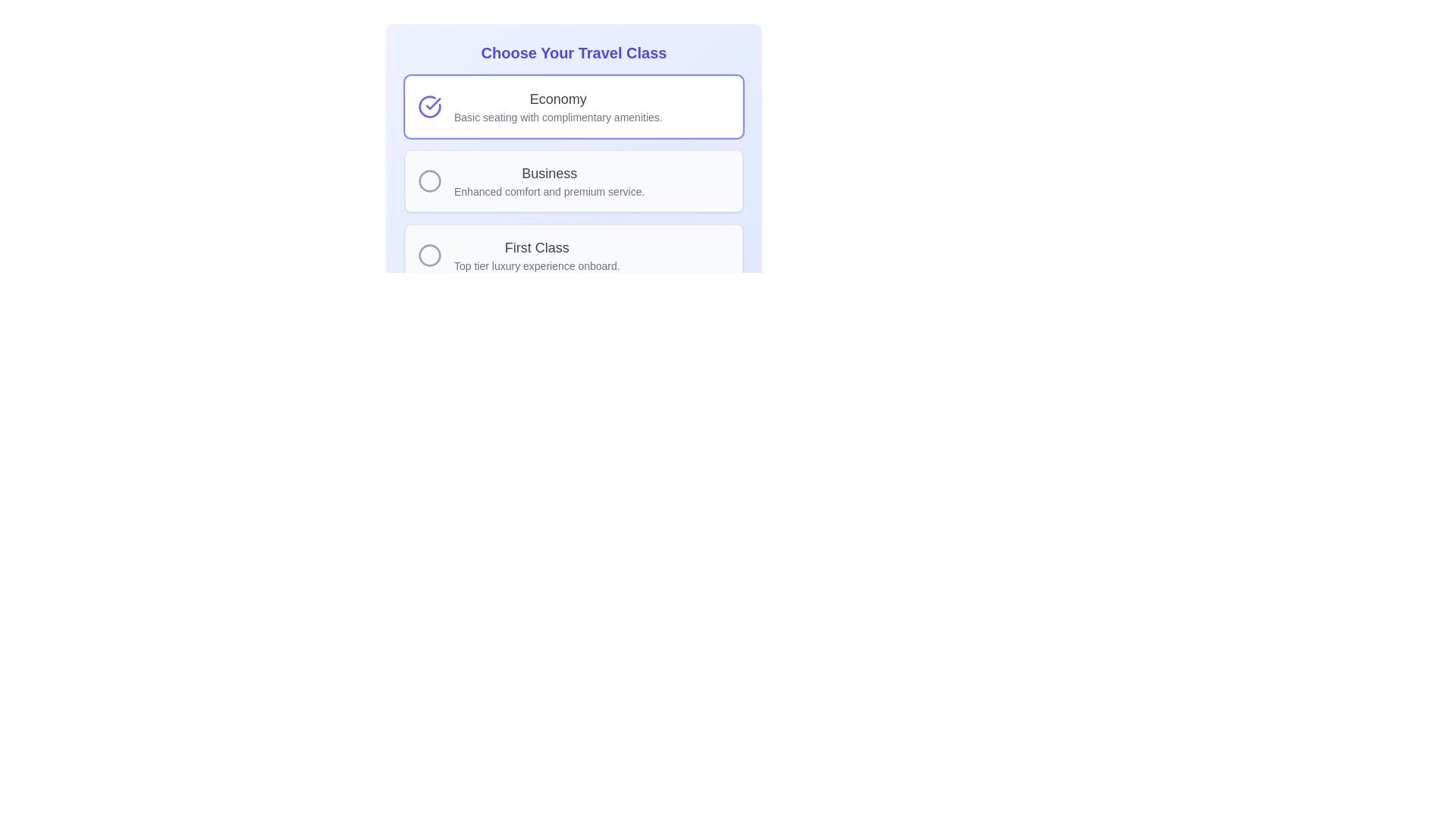  Describe the element at coordinates (573, 180) in the screenshot. I see `the selectable card for the 'Business' travel class option, which is the second option in the list of travel classes labeled 'Choose Your Travel Class.'` at that location.